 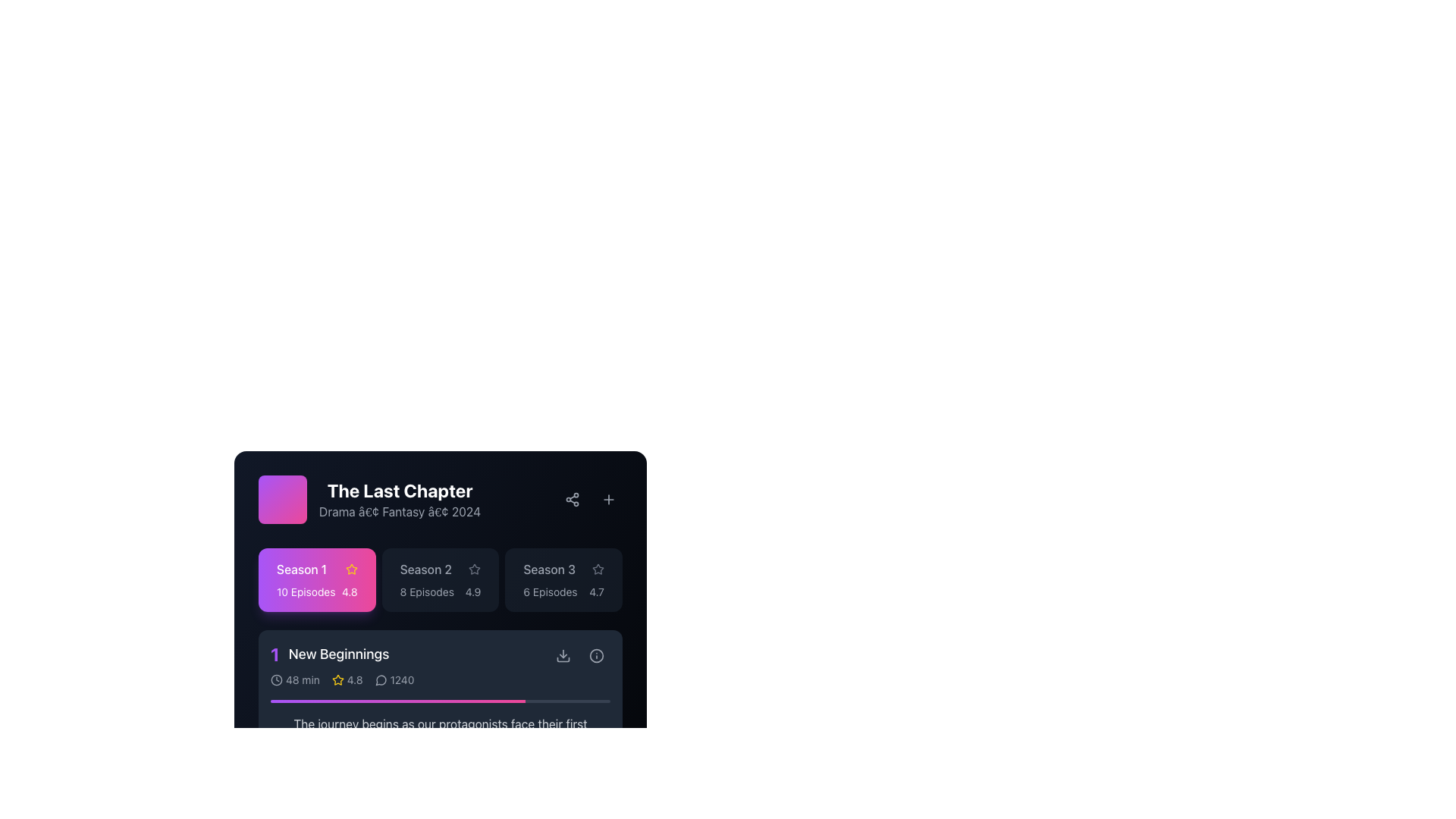 What do you see at coordinates (563, 659) in the screenshot?
I see `the downward-facing arrow icon within the 'New Beginnings' section` at bounding box center [563, 659].